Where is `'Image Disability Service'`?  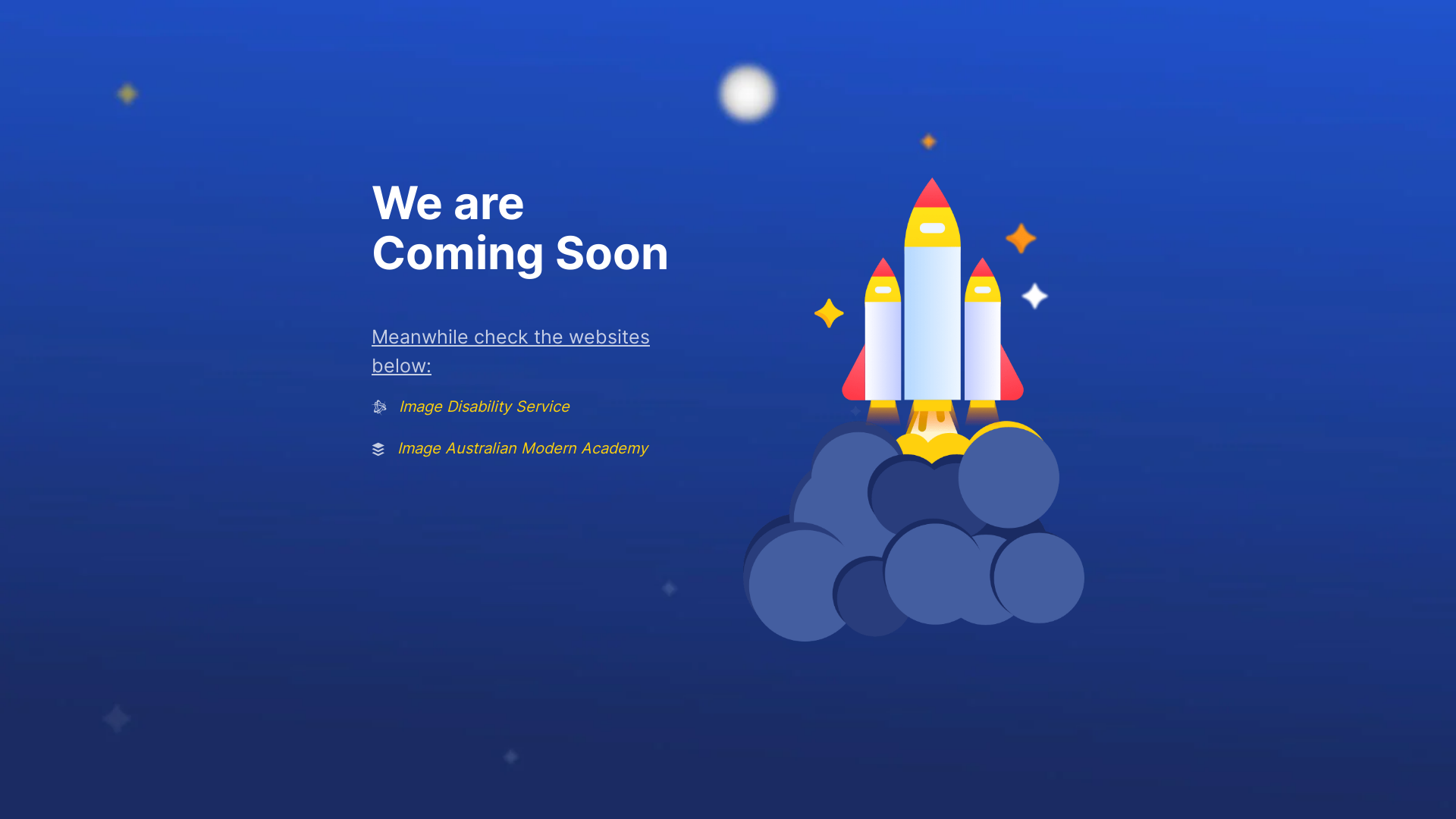
'Image Disability Service' is located at coordinates (483, 406).